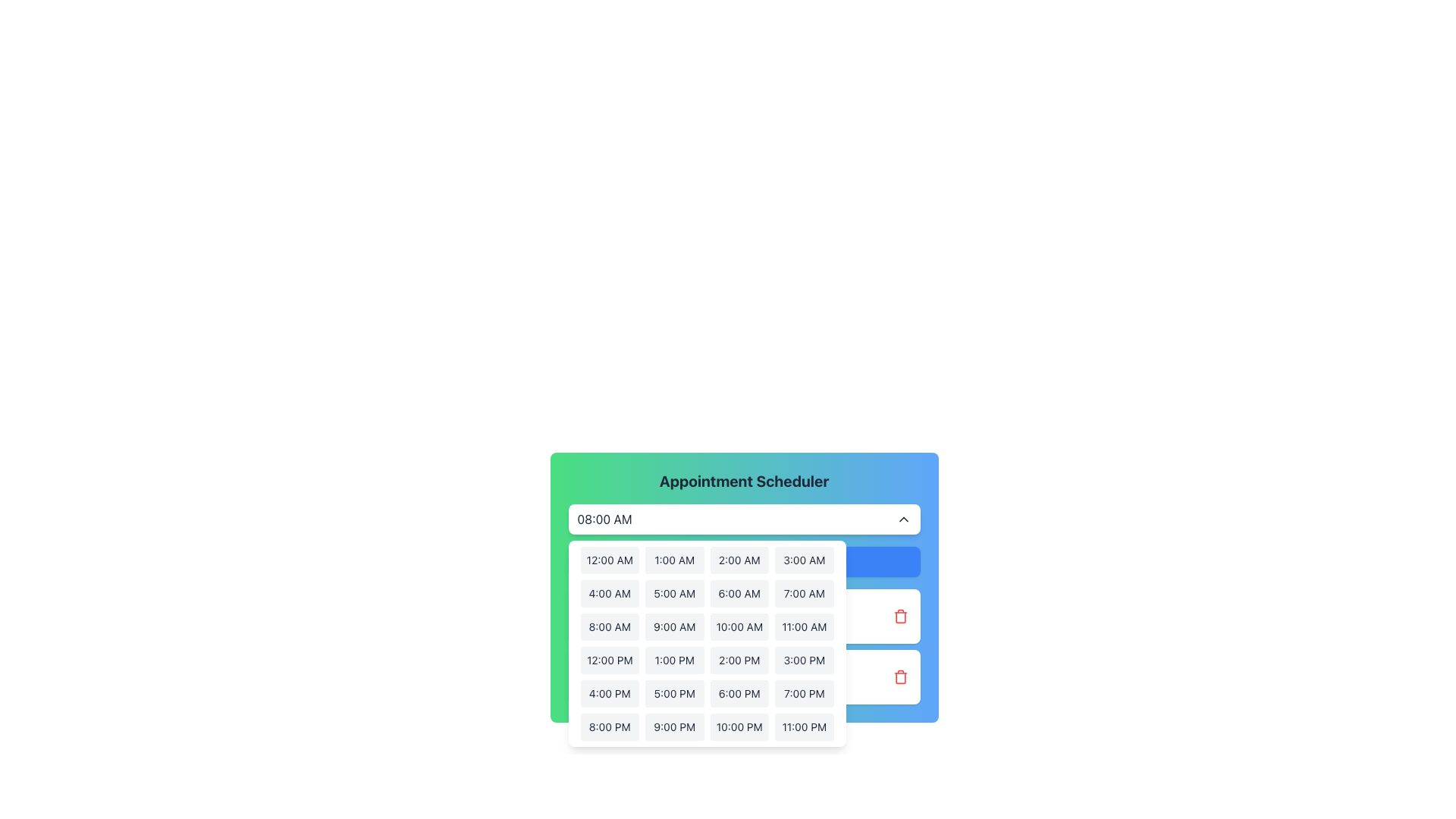 The height and width of the screenshot is (819, 1456). What do you see at coordinates (610, 726) in the screenshot?
I see `the interactive button displaying '8:00 PM' in the first column of the last row of the dropdown time selector` at bounding box center [610, 726].